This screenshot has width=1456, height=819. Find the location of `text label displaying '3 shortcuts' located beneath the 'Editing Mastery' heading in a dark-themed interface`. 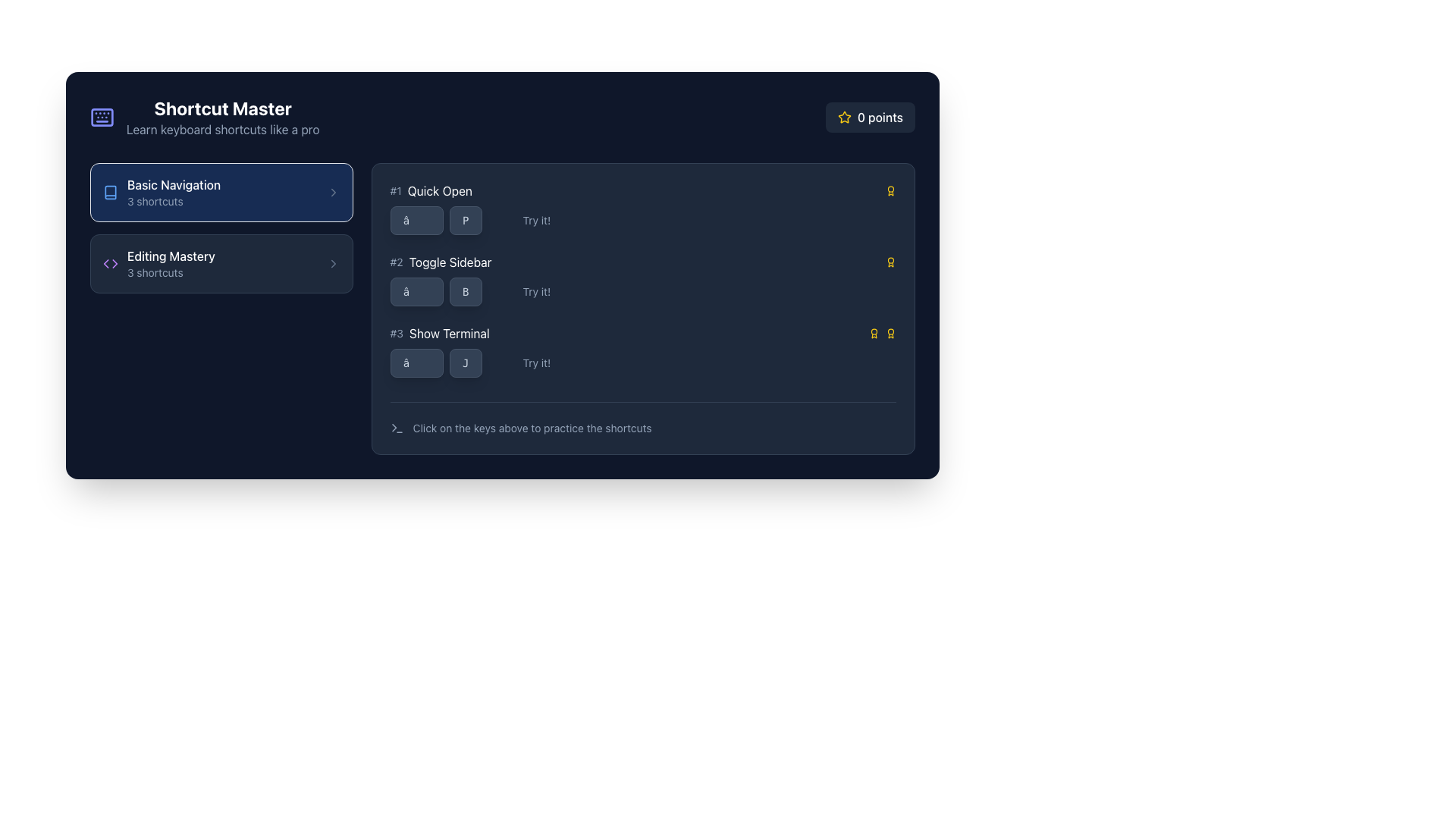

text label displaying '3 shortcuts' located beneath the 'Editing Mastery' heading in a dark-themed interface is located at coordinates (171, 271).